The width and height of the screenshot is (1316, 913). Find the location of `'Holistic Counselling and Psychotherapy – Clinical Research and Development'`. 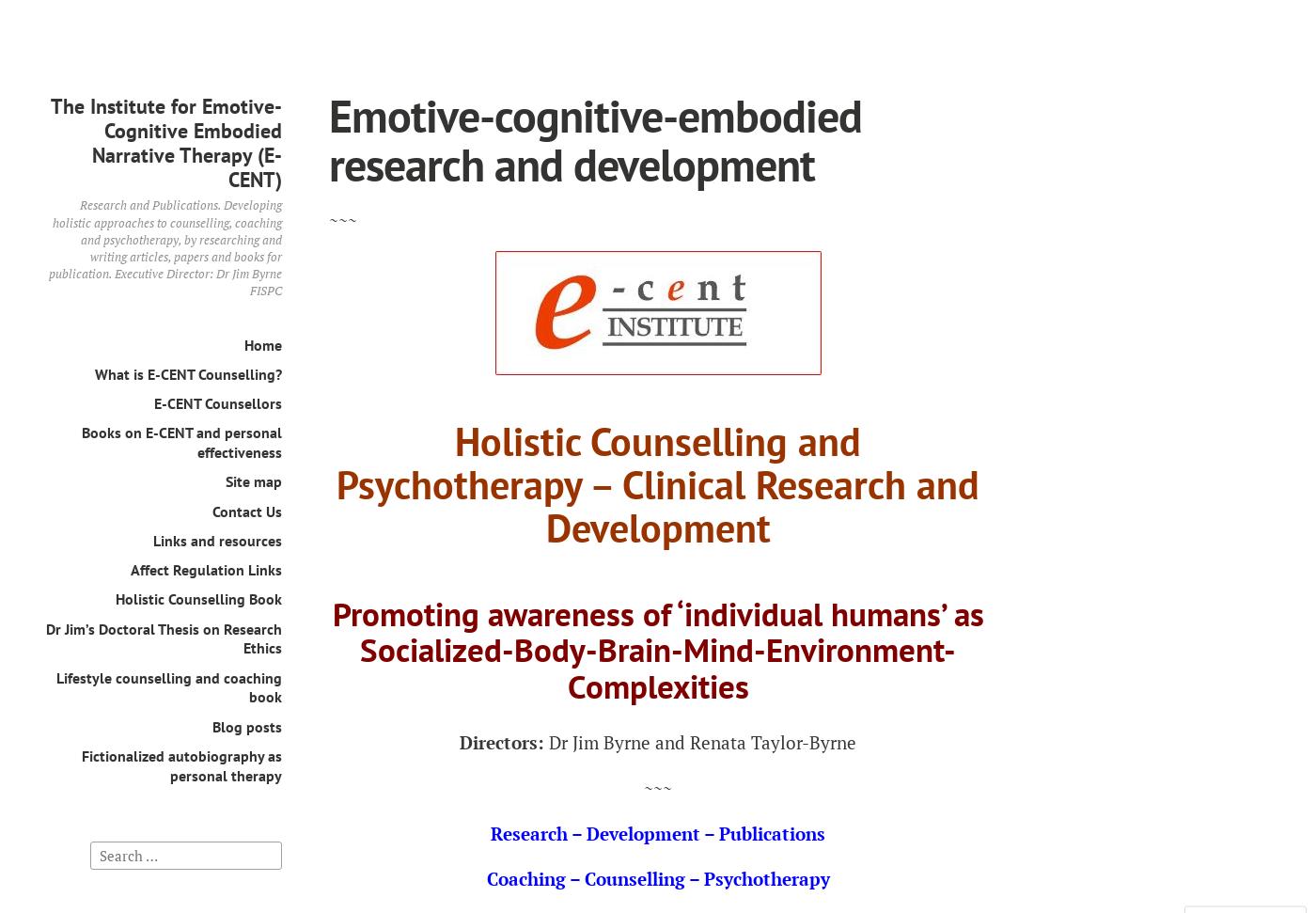

'Holistic Counselling and Psychotherapy – Clinical Research and Development' is located at coordinates (658, 483).